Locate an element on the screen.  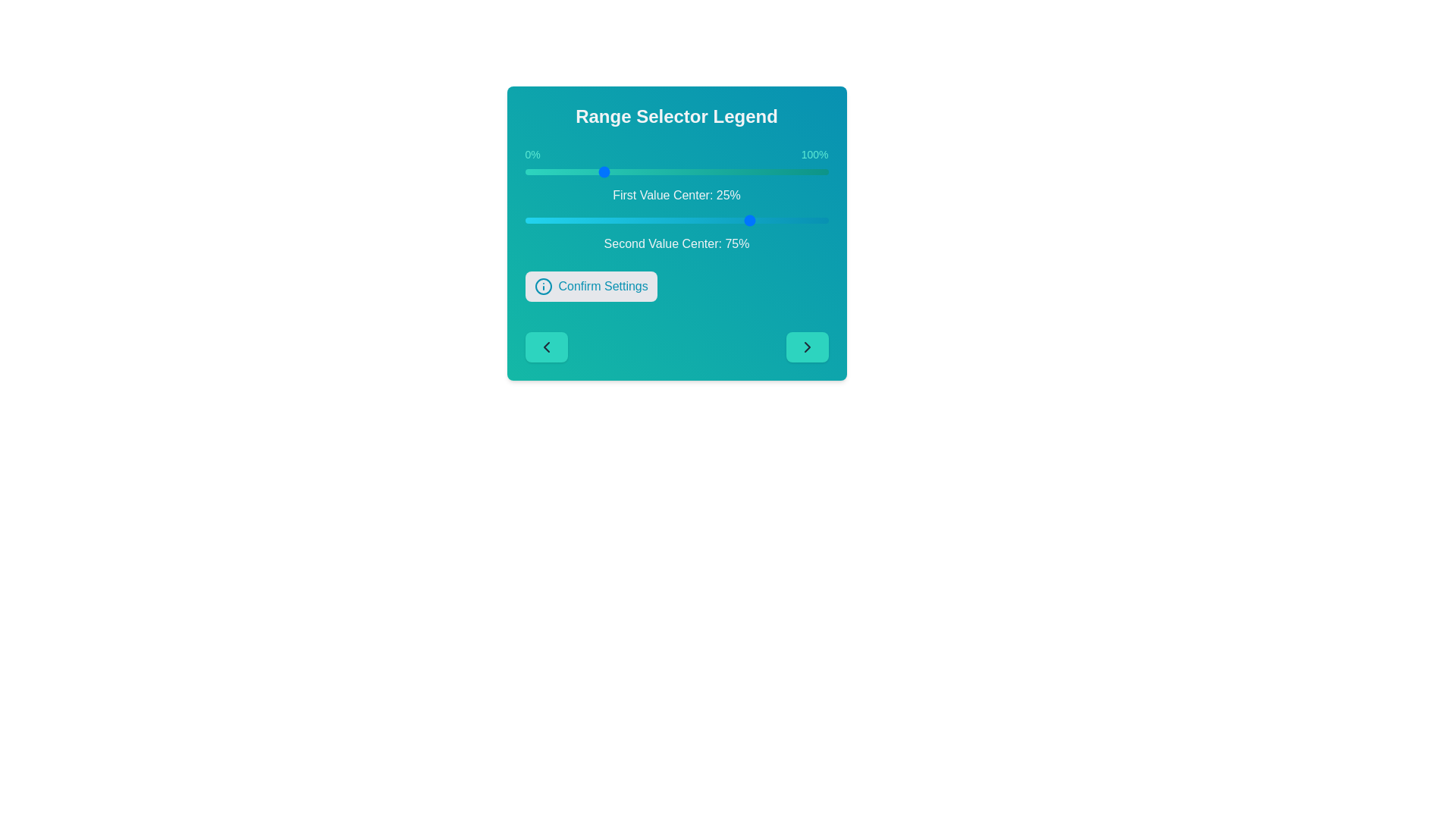
the teal-colored button with a left-pointing chevron arrow located in the bottom-left corner of the 'Range Selector Legend' control panel is located at coordinates (546, 347).